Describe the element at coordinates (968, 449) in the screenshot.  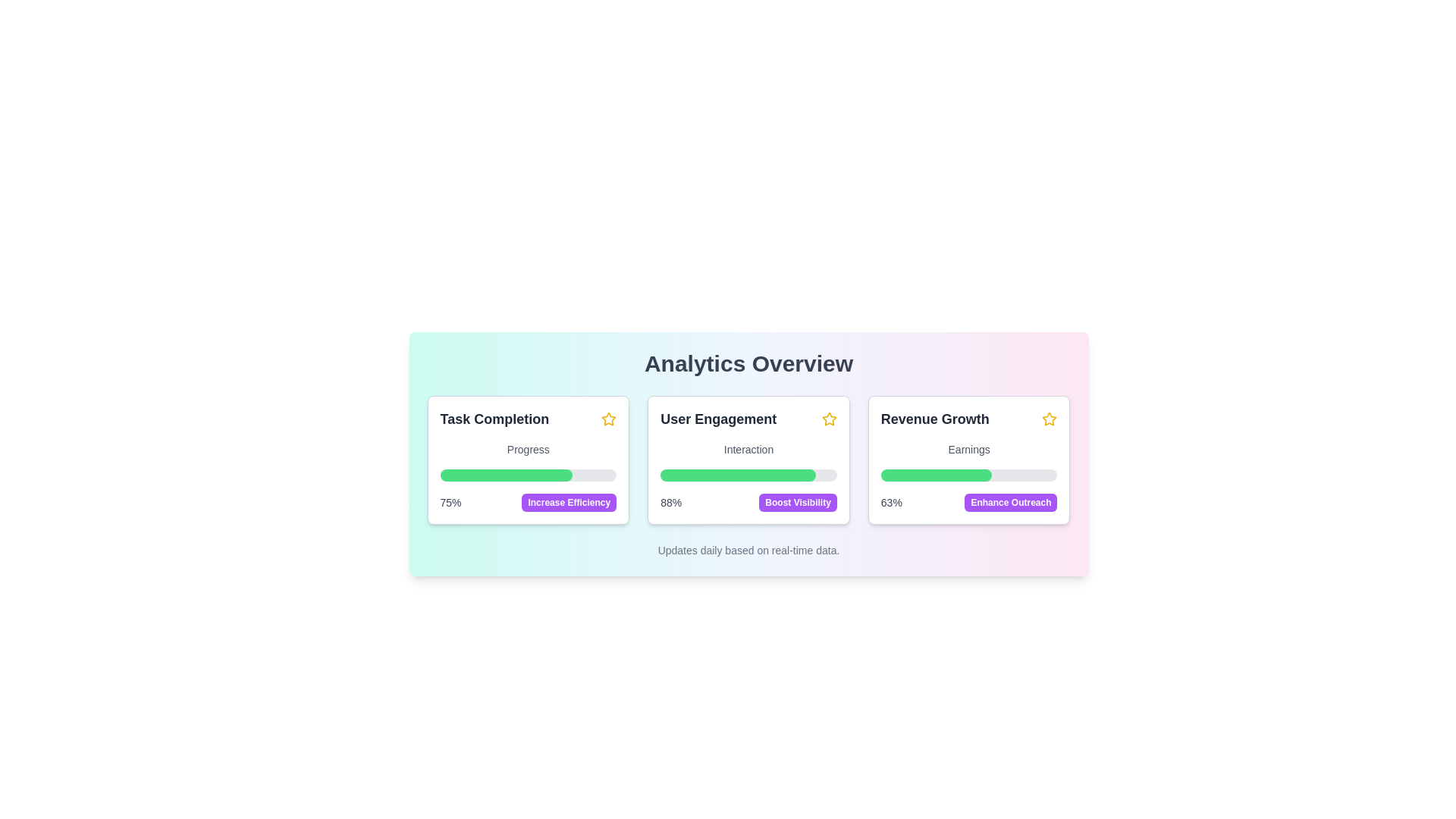
I see `the text label displaying 'Earnings' located within the 'Revenue Growth' card, positioned below the title 'Revenue Growth'` at that location.